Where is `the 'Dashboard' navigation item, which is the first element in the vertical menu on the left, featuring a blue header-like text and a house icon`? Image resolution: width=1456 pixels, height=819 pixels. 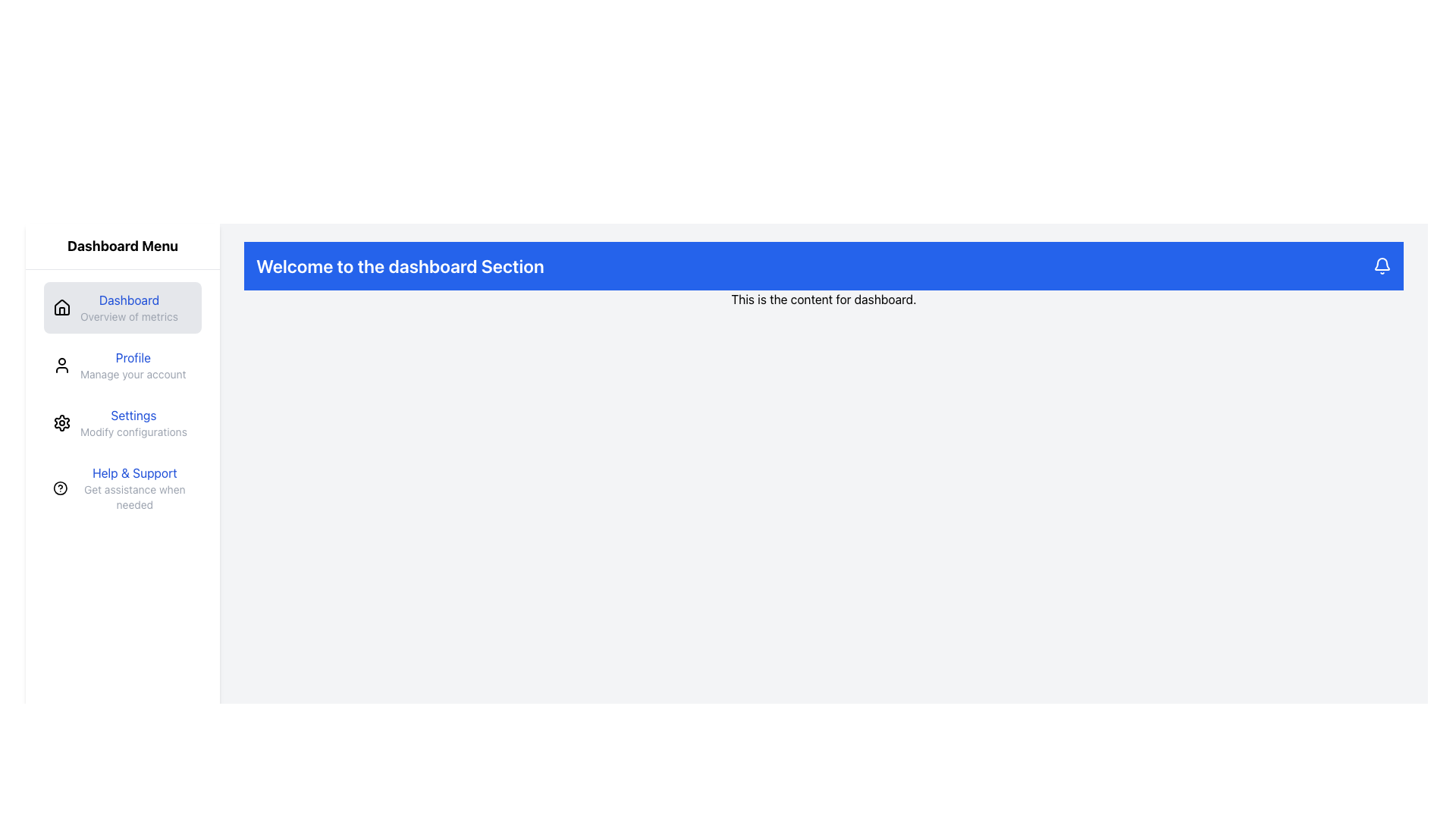 the 'Dashboard' navigation item, which is the first element in the vertical menu on the left, featuring a blue header-like text and a house icon is located at coordinates (123, 307).